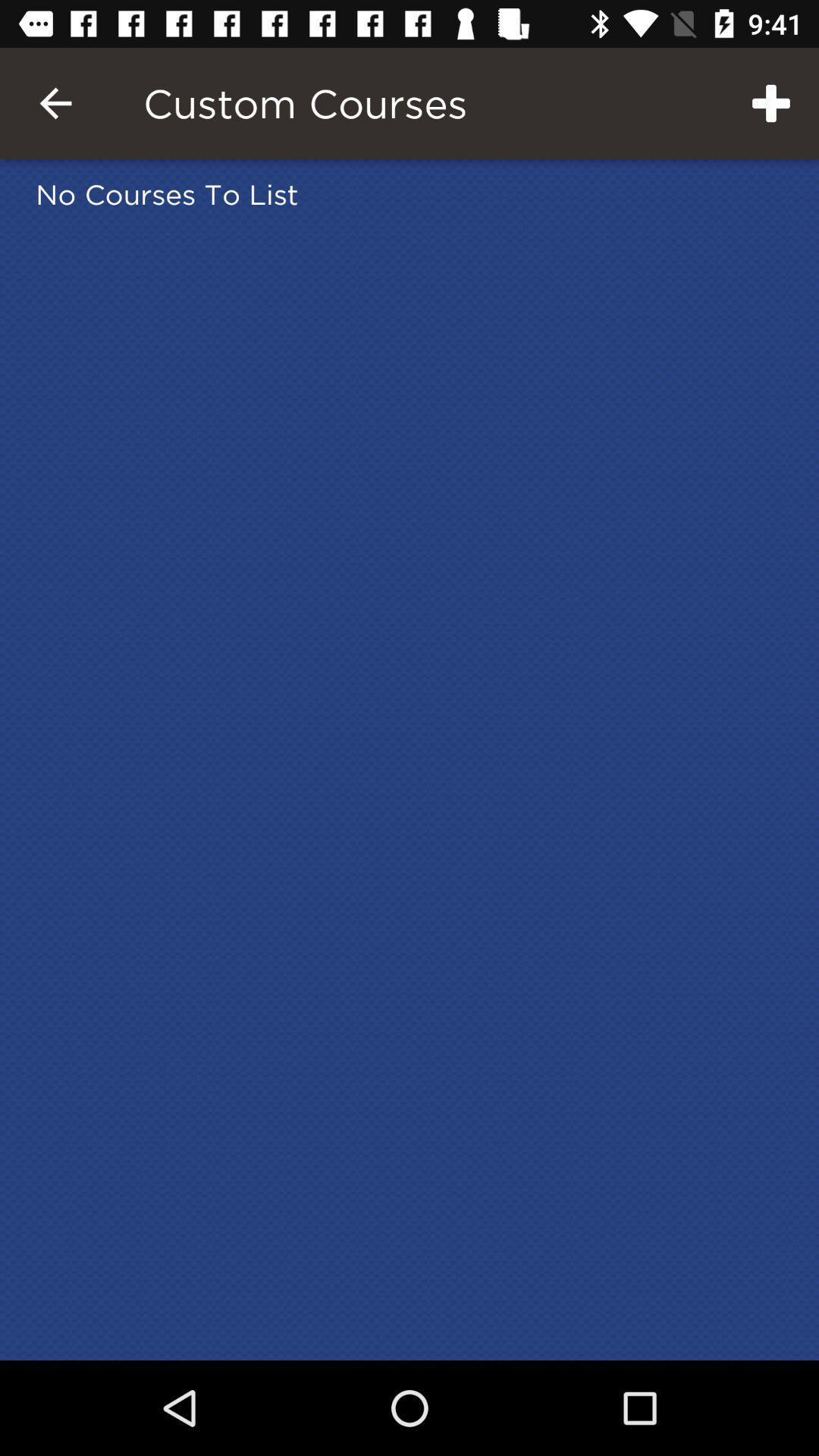  What do you see at coordinates (771, 102) in the screenshot?
I see `item next to the custom courses` at bounding box center [771, 102].